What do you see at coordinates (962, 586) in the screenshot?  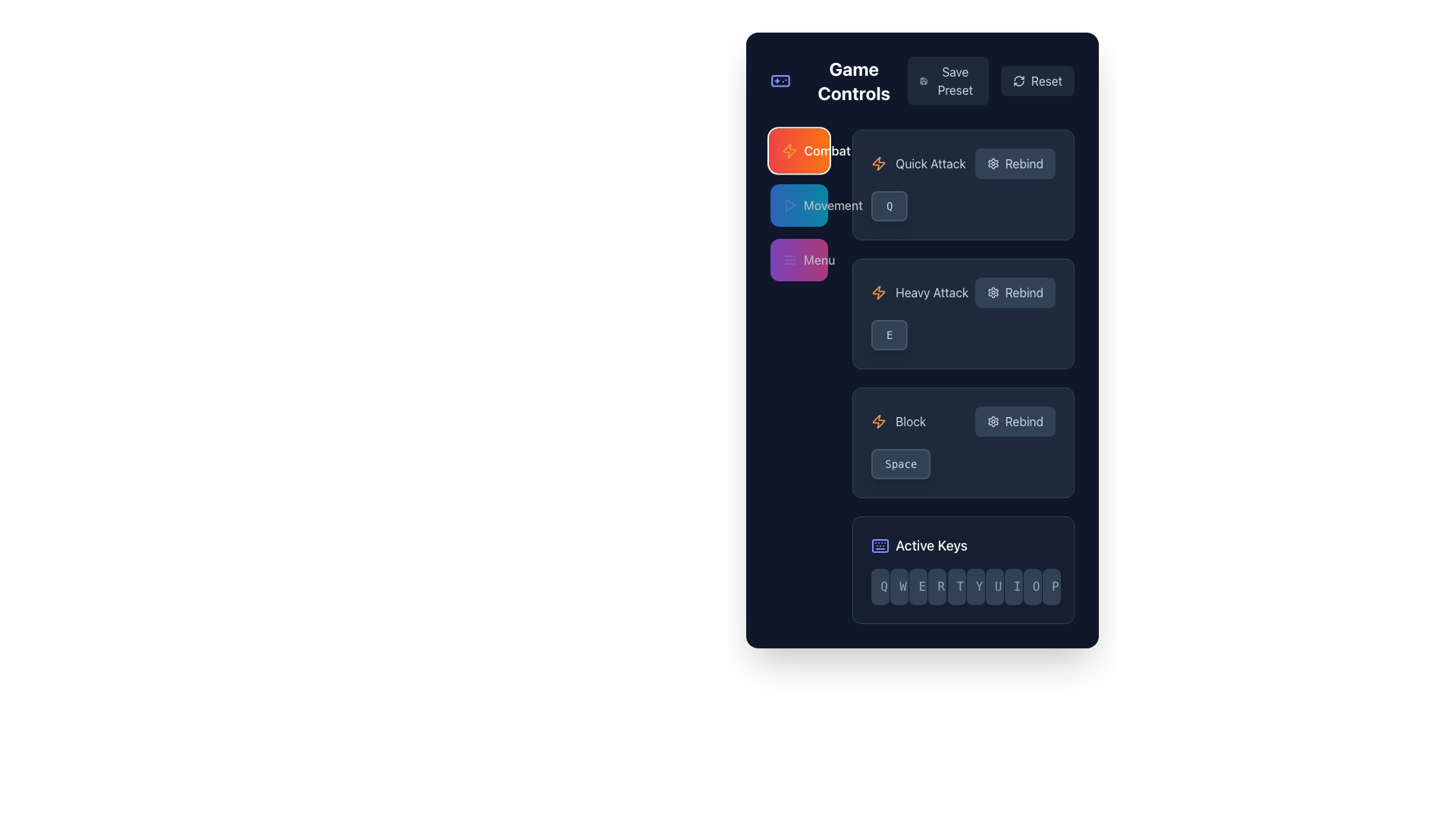 I see `the 'QWERTYUIOP' grid layout in the 'Active Keys' section, located toward the bottom of the displayed page` at bounding box center [962, 586].